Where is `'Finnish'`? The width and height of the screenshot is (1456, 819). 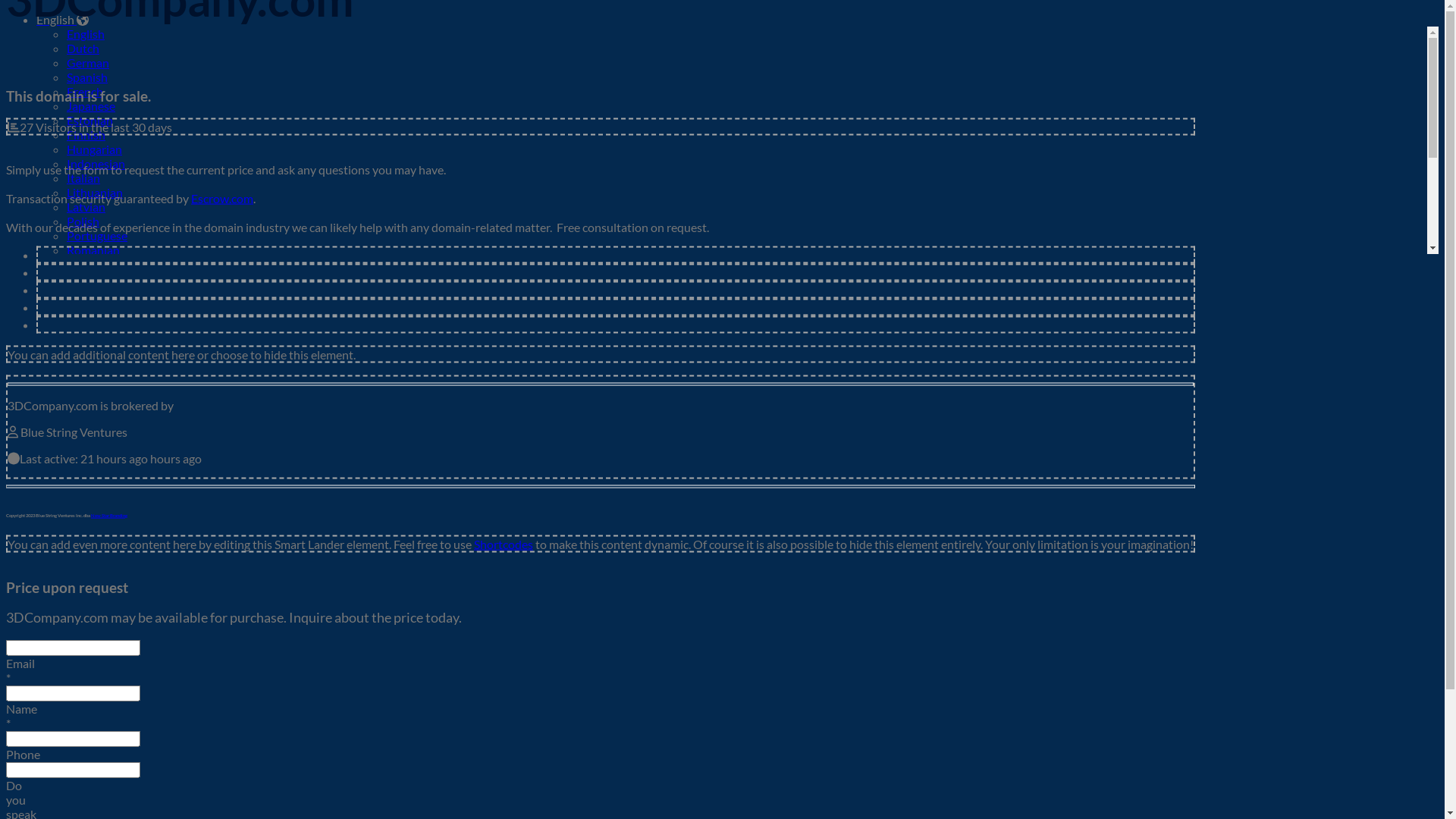 'Finnish' is located at coordinates (65, 133).